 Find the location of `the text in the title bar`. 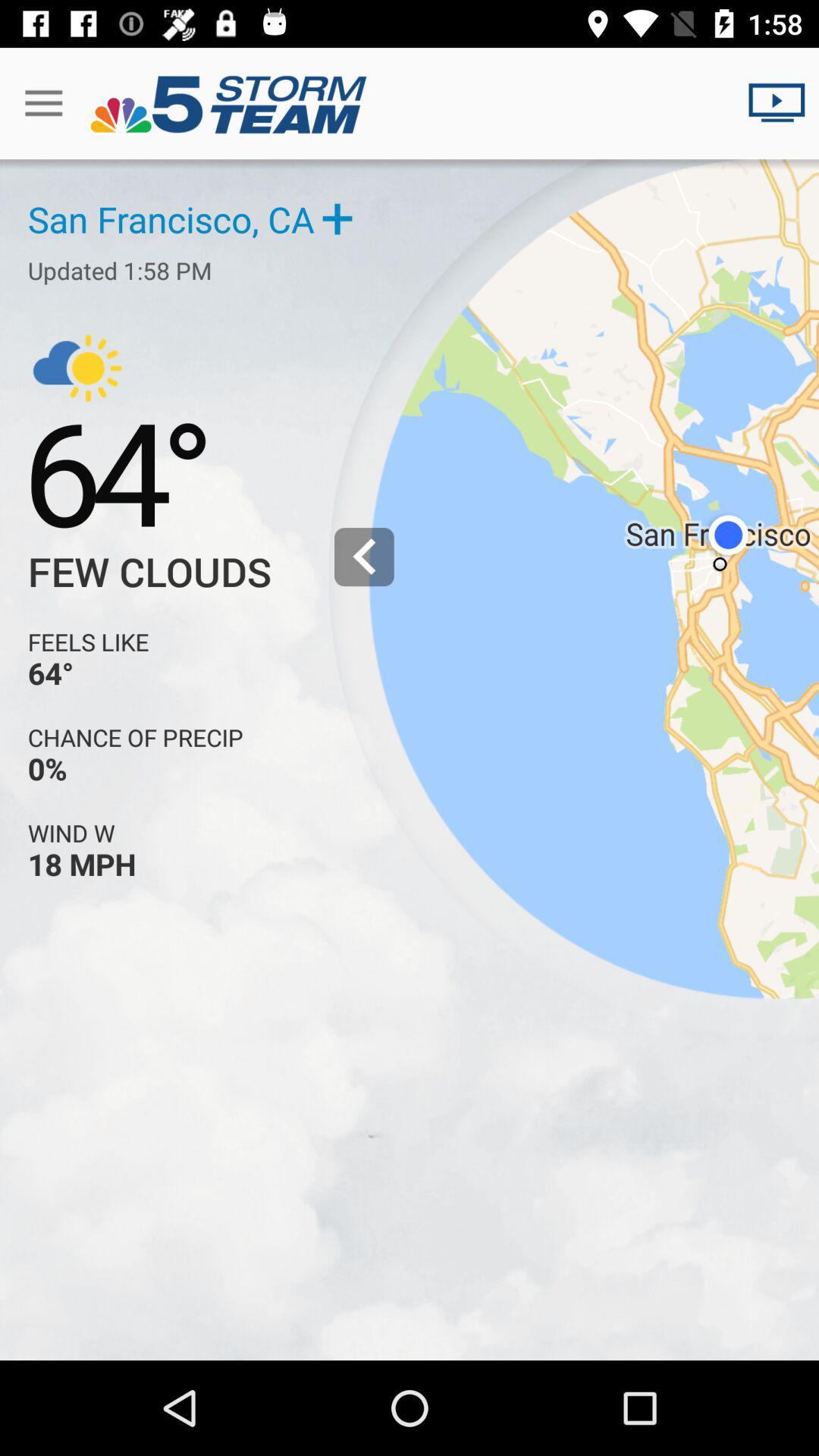

the text in the title bar is located at coordinates (409, 102).